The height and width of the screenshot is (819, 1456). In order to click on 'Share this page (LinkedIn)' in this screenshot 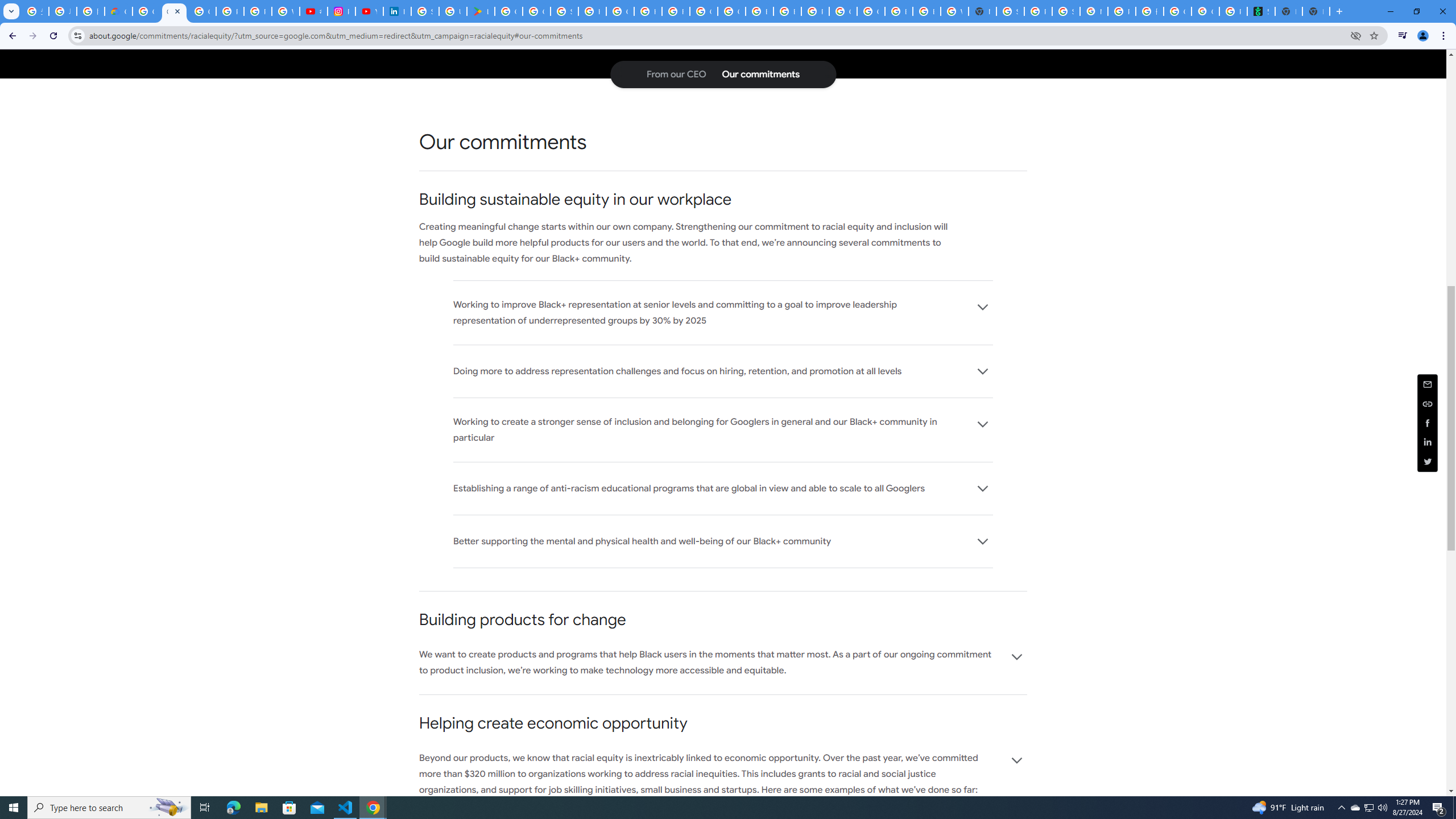, I will do `click(1428, 442)`.